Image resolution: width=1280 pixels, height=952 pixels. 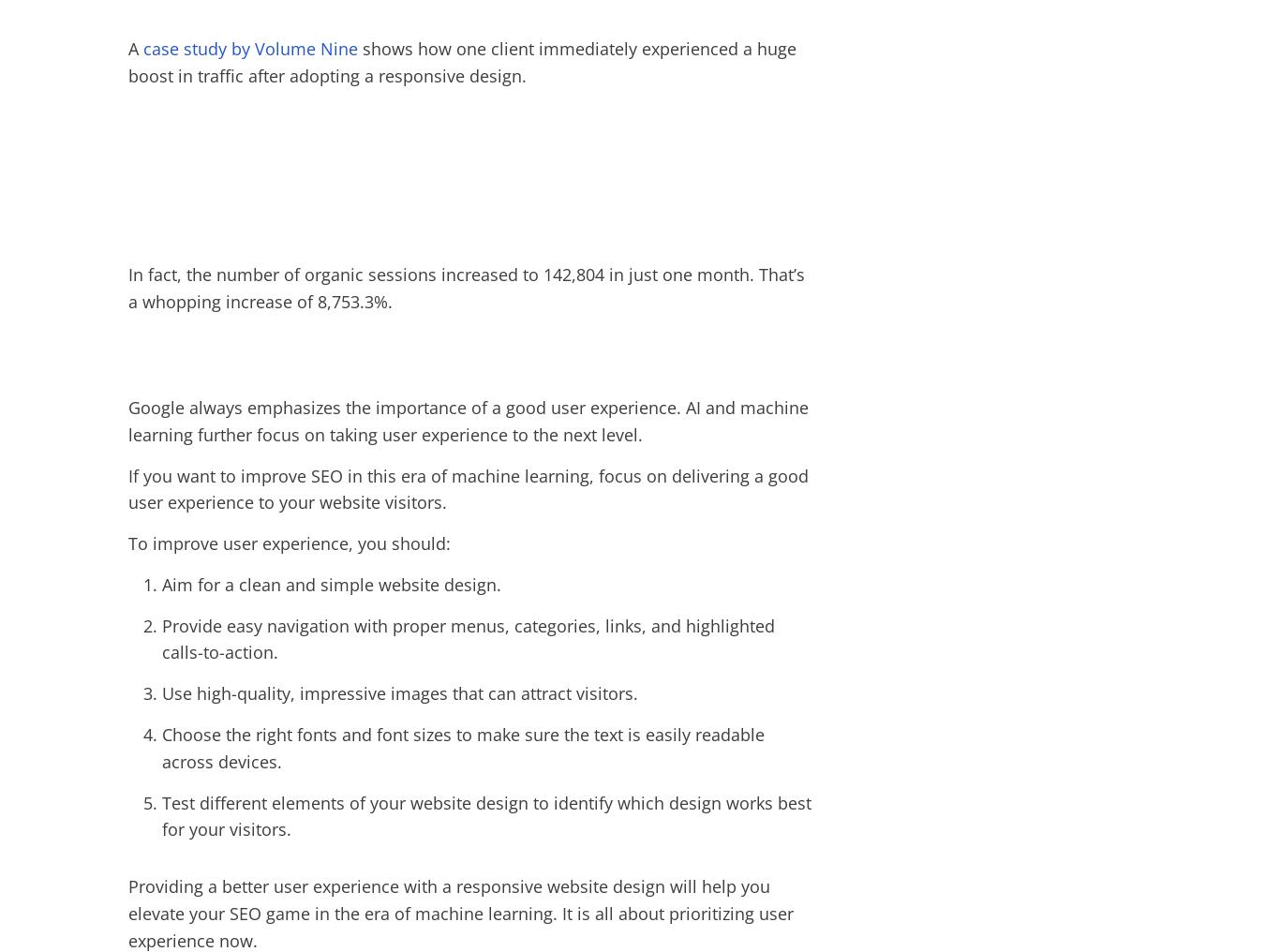 I want to click on 'shows how one client immediately experienced a huge boost in traffic after adopting a responsive design.', so click(x=462, y=62).